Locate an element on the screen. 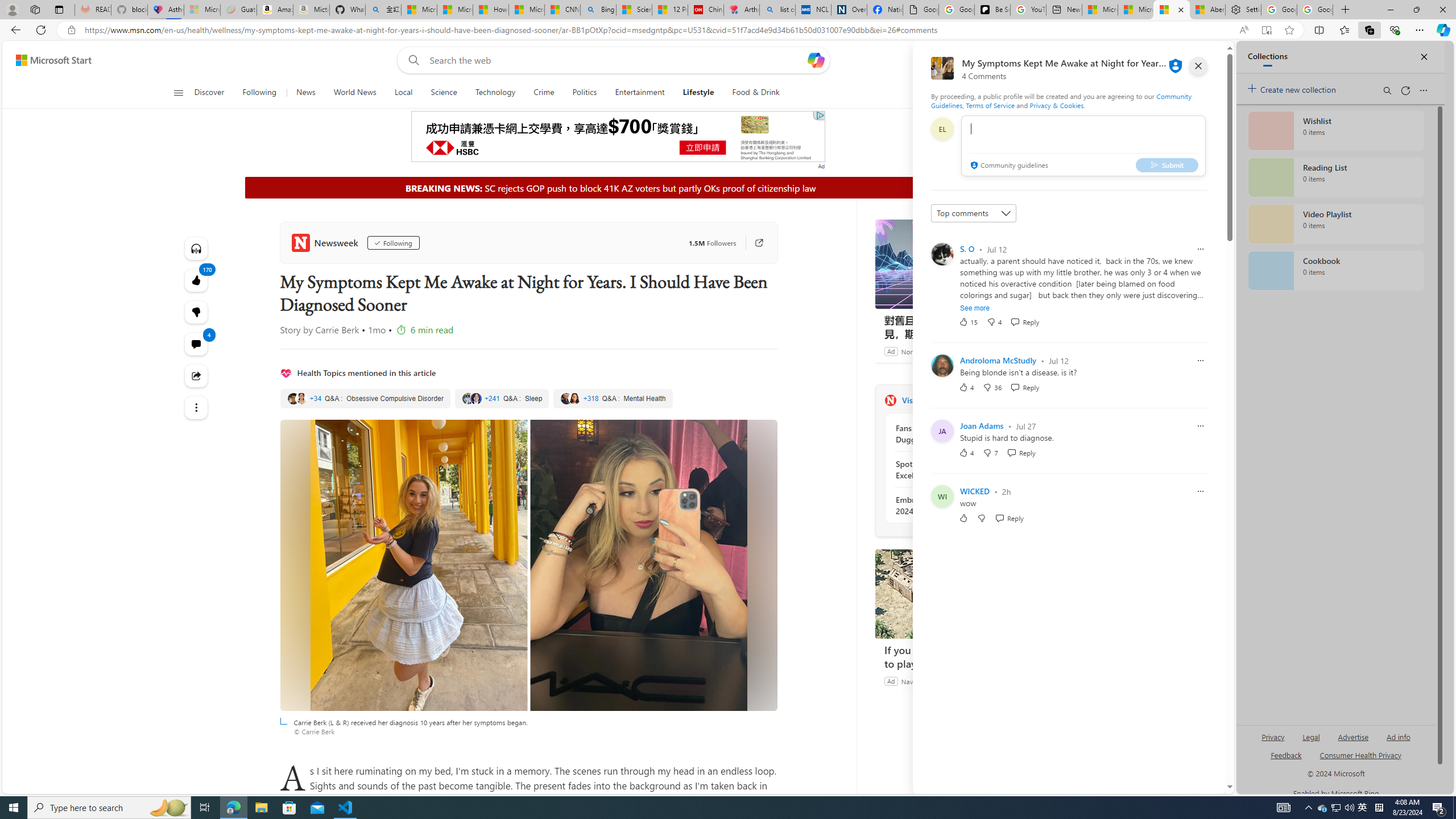  'Mental Health' is located at coordinates (612, 398).